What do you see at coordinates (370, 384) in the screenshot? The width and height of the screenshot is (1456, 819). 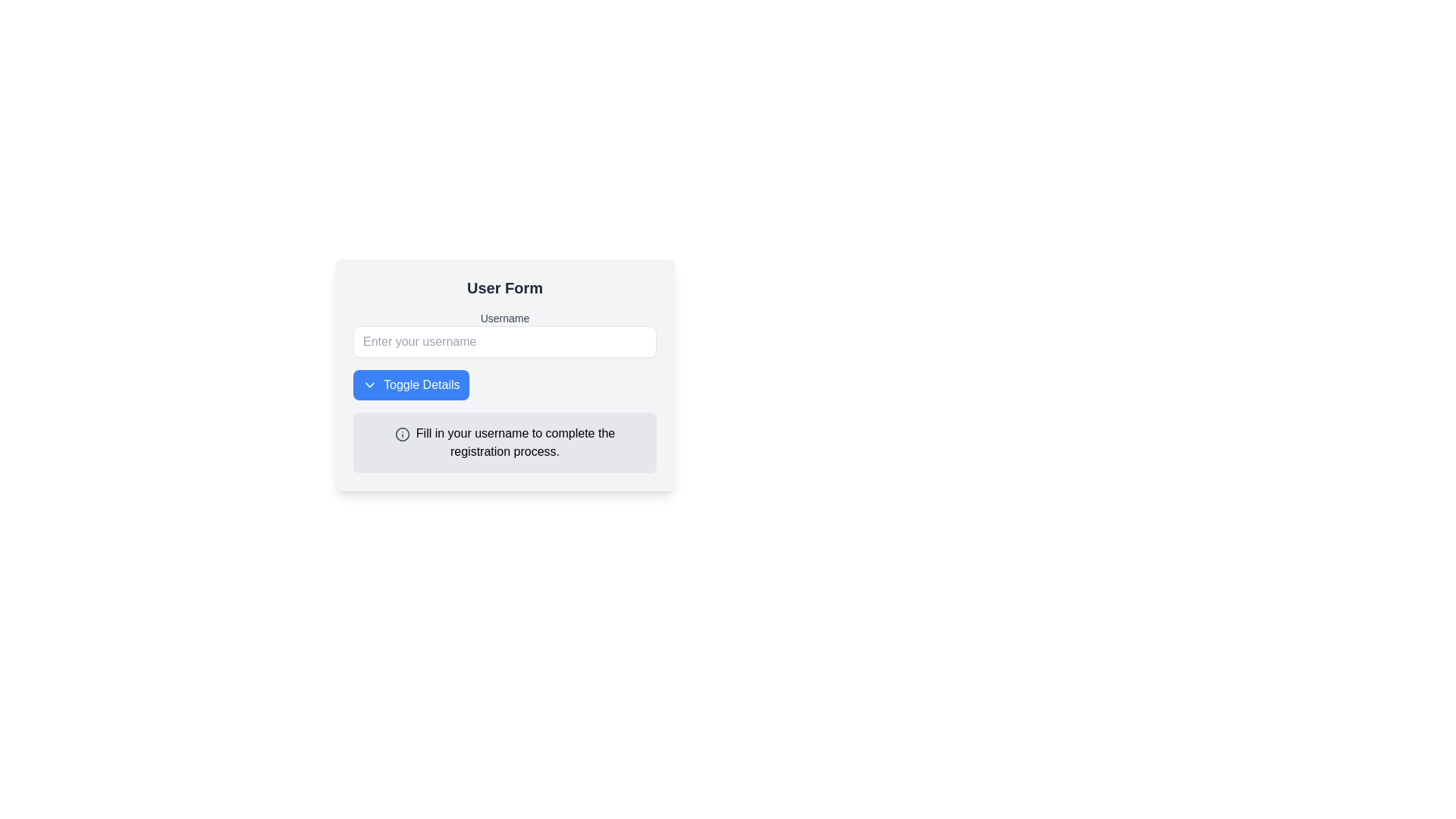 I see `the chevron icon within the 'Toggle Details' button` at bounding box center [370, 384].